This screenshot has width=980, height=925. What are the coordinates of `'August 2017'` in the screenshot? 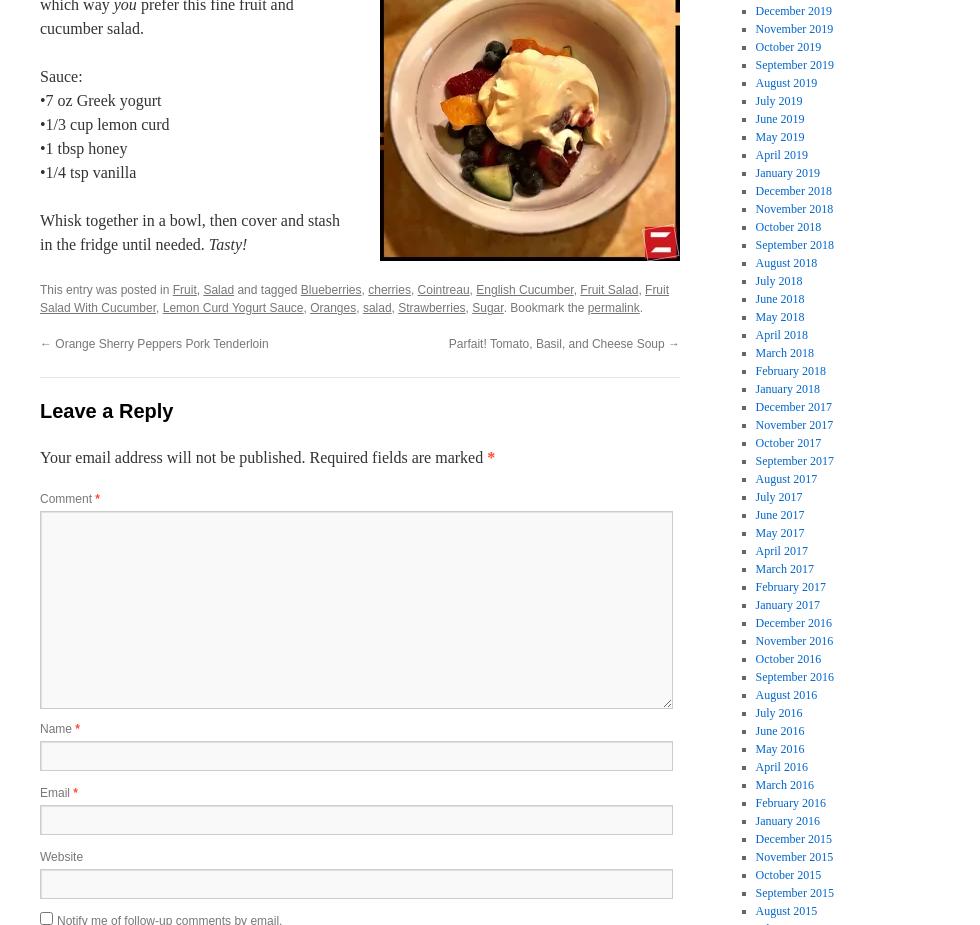 It's located at (754, 478).